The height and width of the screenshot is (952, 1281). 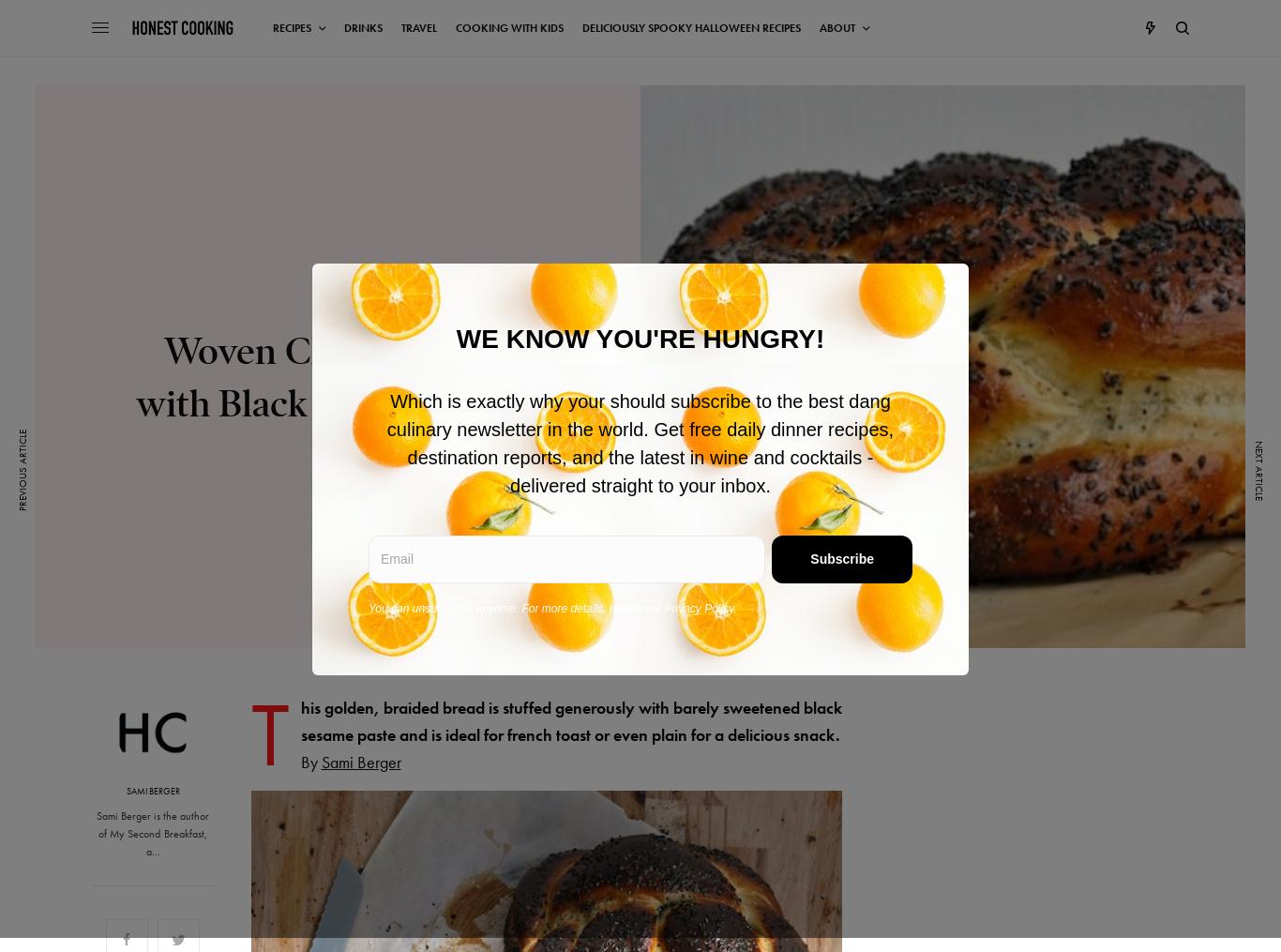 I want to click on 'Previous Article', so click(x=21, y=468).